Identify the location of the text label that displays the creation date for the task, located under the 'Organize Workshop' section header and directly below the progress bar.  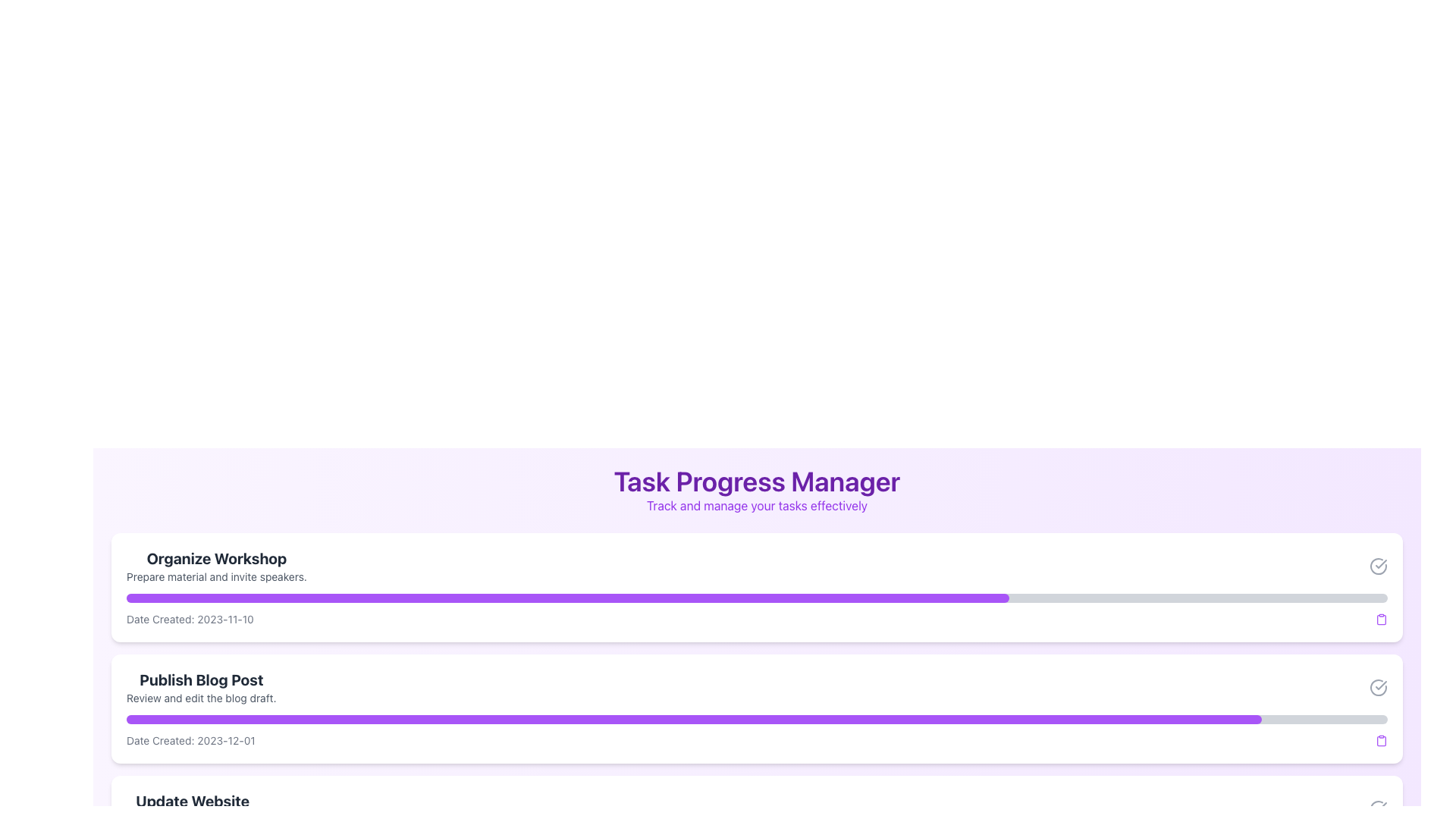
(189, 620).